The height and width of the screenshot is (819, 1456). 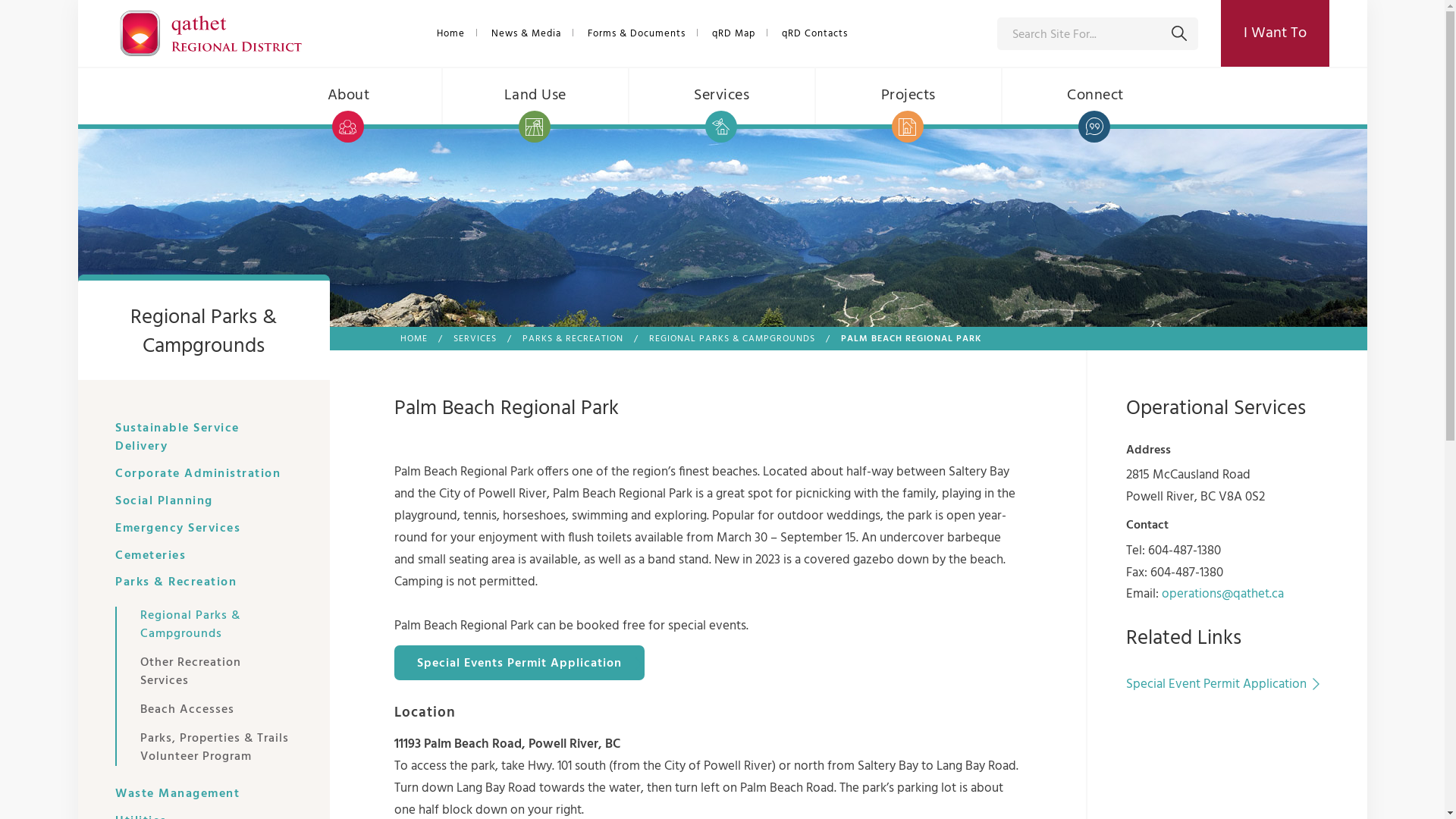 I want to click on 'HOME', so click(x=414, y=338).